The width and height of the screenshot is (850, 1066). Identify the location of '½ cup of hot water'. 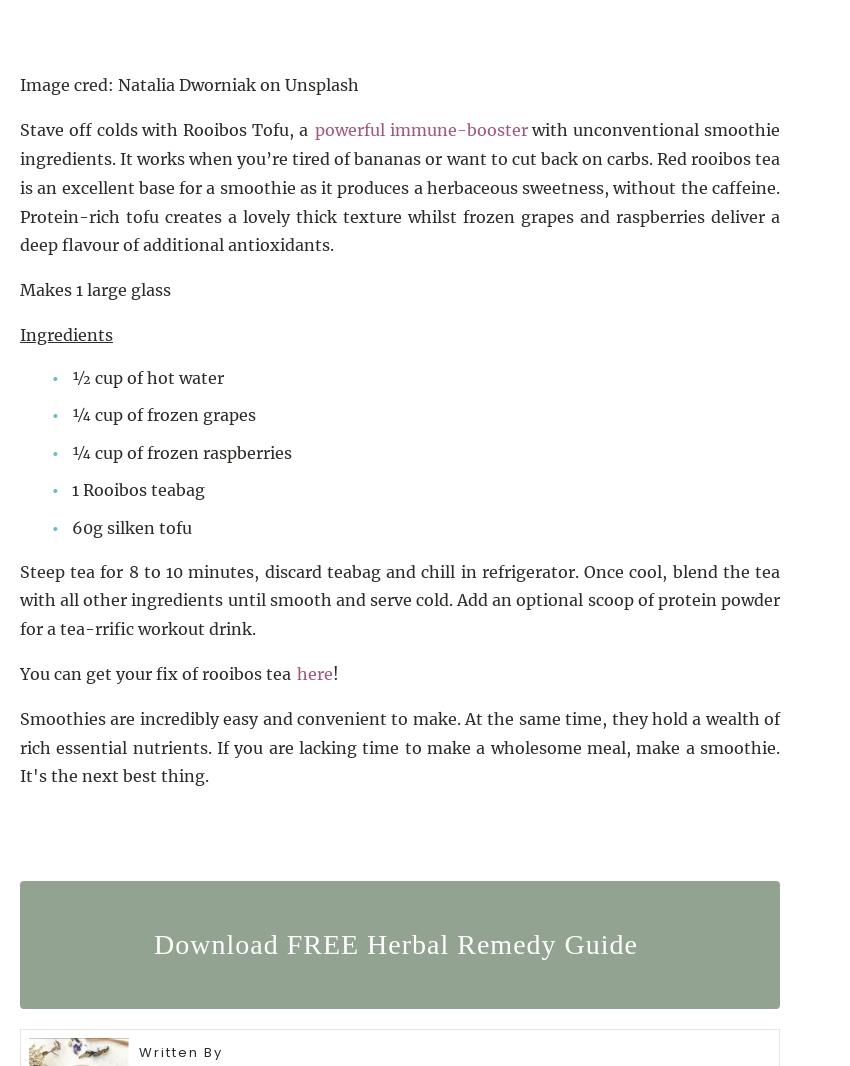
(147, 377).